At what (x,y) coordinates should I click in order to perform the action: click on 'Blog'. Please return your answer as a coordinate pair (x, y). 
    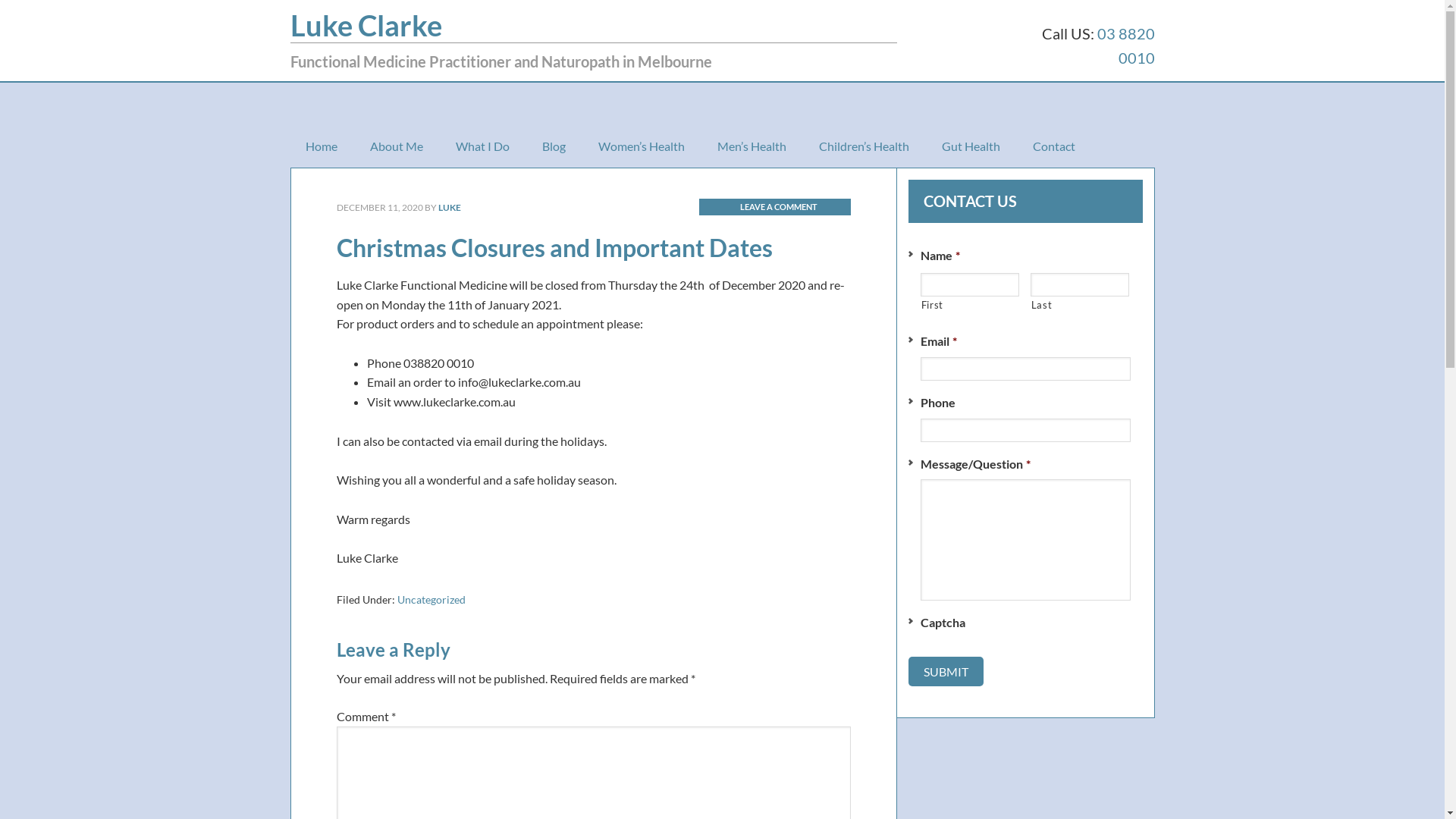
    Looking at the image, I should click on (552, 146).